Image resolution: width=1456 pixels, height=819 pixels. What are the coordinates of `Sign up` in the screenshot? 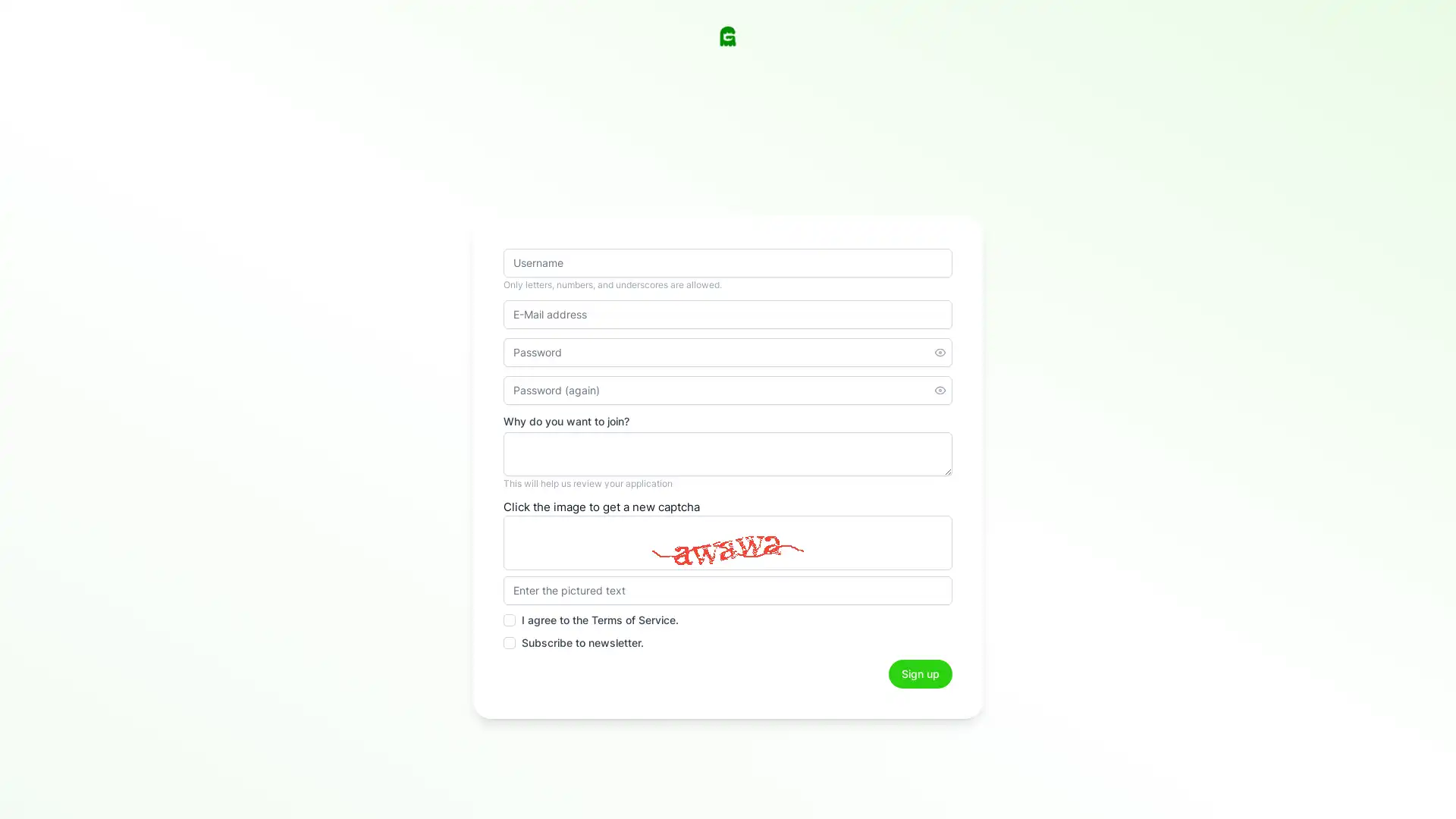 It's located at (920, 673).